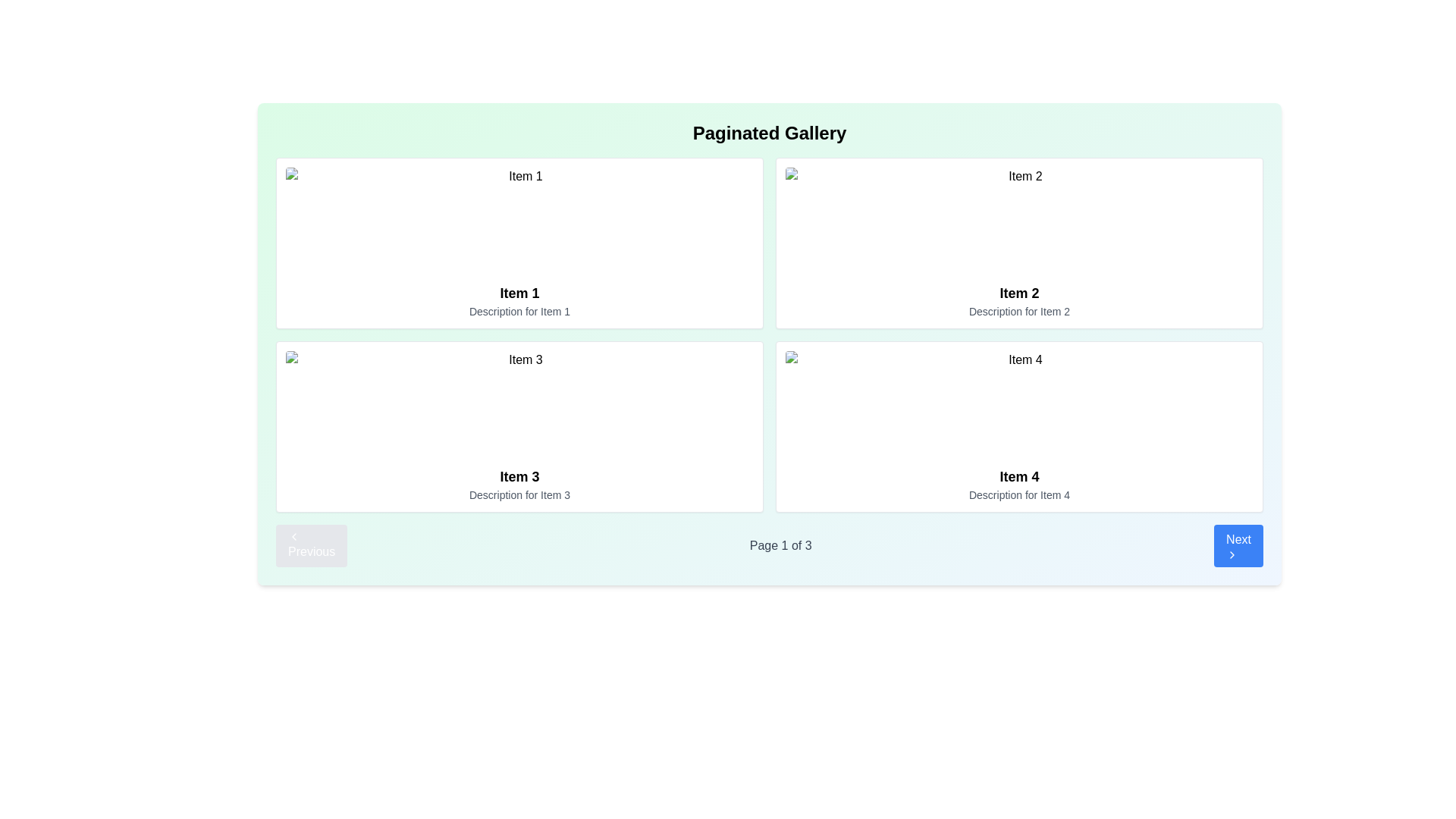 This screenshot has width=1456, height=819. I want to click on text label that contains the phrase 'Description for Item 2', located under the header 'Item 2' in the item card in the top right corner of the grid layout, so click(1019, 311).